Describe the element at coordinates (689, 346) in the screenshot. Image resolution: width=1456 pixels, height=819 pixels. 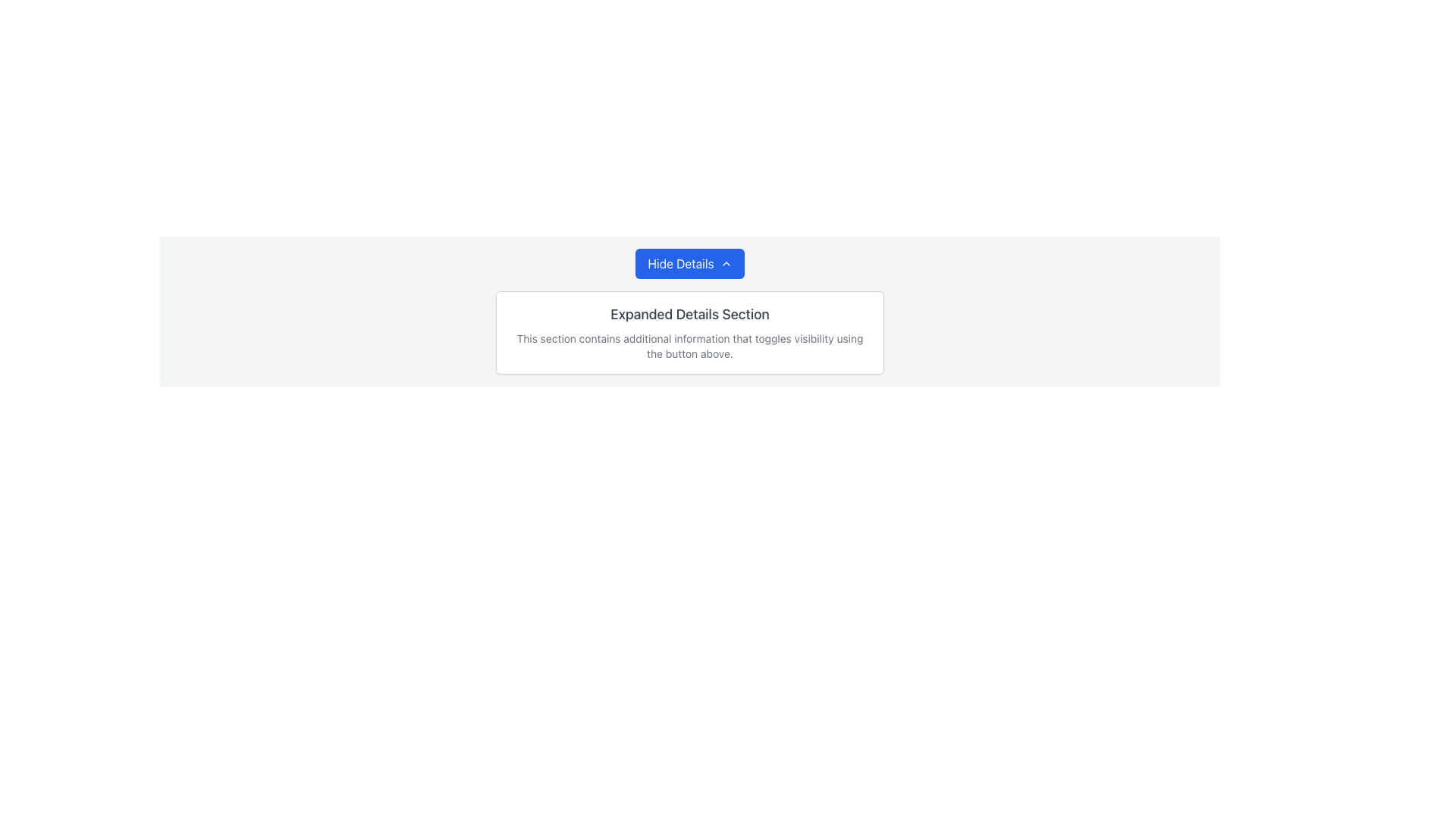
I see `the static text label providing descriptive text about the visibility toggling functionality located in the 'Expanded Details Section'` at that location.